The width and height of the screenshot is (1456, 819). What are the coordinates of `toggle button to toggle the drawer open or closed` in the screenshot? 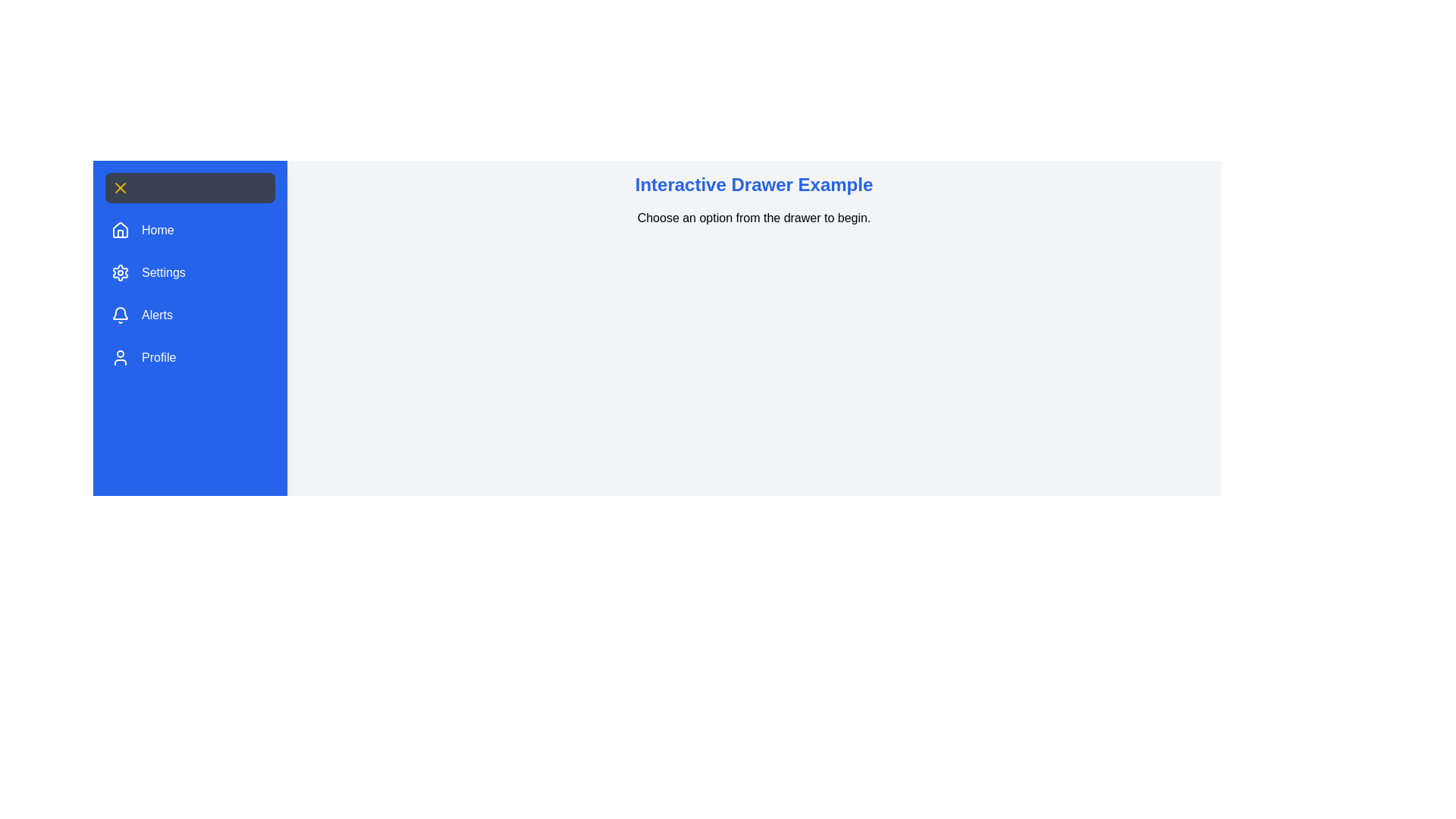 It's located at (189, 187).